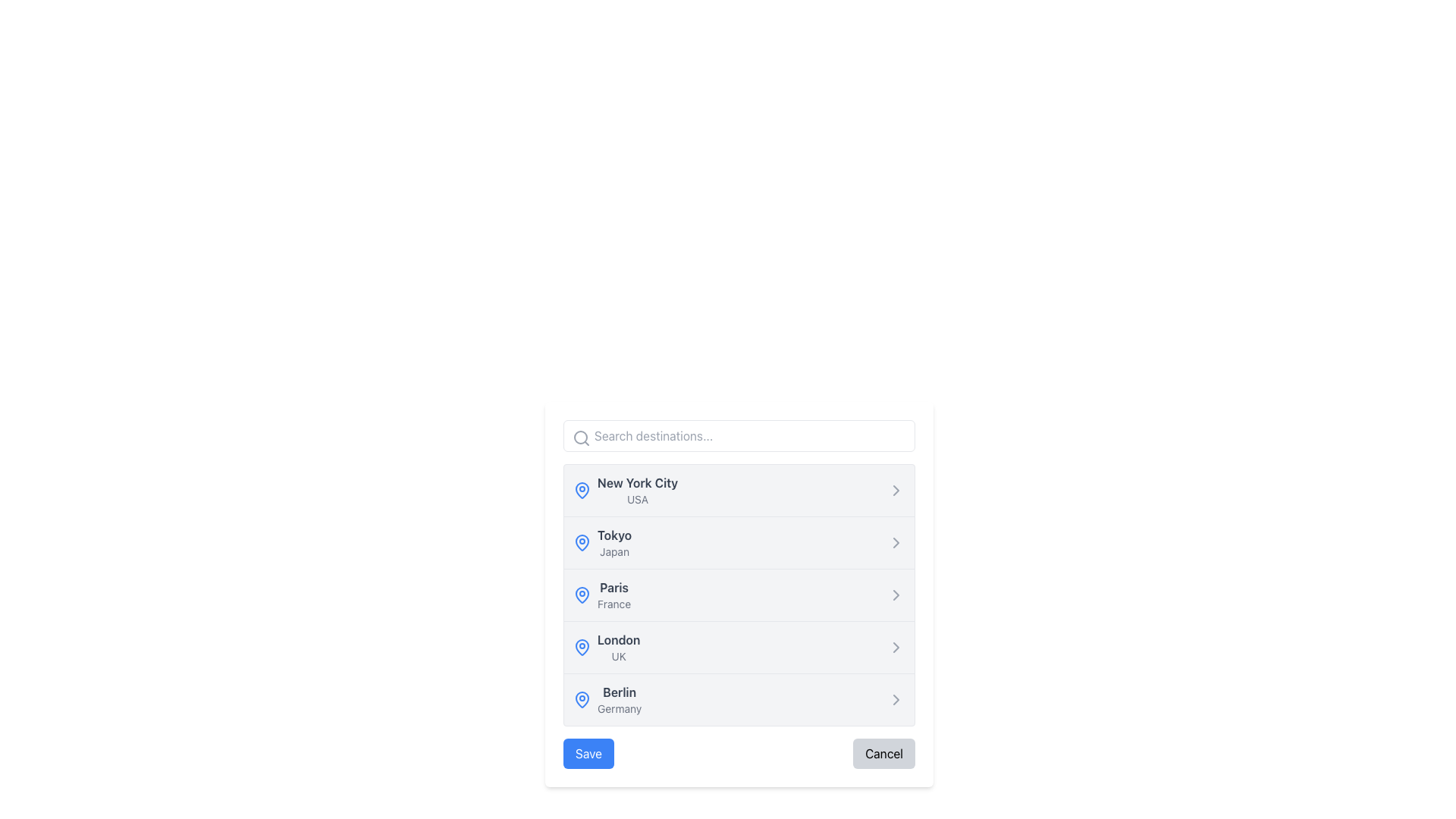 The width and height of the screenshot is (1456, 819). I want to click on the small gray right-pointing chevron icon located at the right edge of the row for 'New York City', so click(896, 491).